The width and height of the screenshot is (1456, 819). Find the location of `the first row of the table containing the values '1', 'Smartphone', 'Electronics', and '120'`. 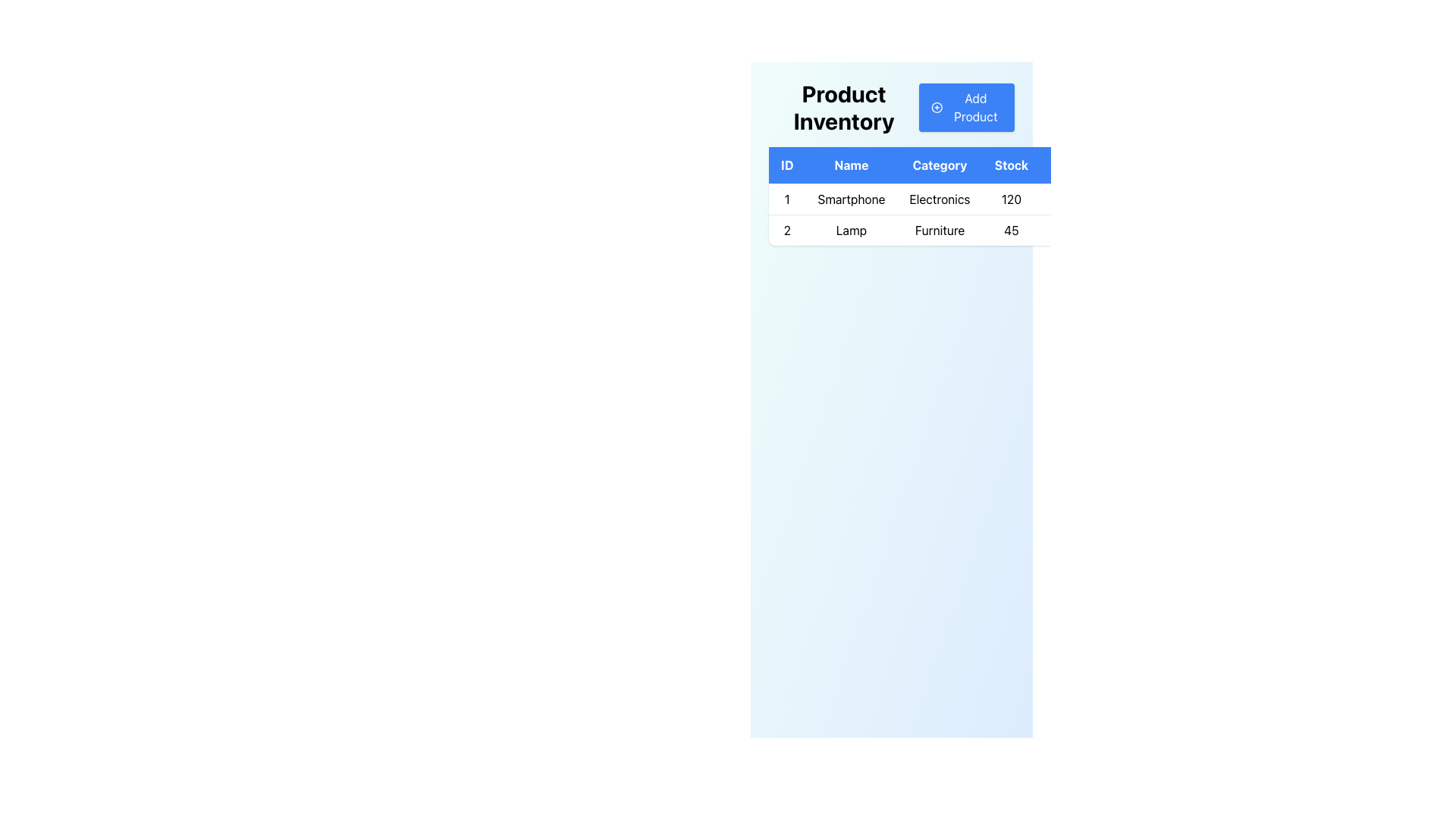

the first row of the table containing the values '1', 'Smartphone', 'Electronics', and '120' is located at coordinates (938, 198).